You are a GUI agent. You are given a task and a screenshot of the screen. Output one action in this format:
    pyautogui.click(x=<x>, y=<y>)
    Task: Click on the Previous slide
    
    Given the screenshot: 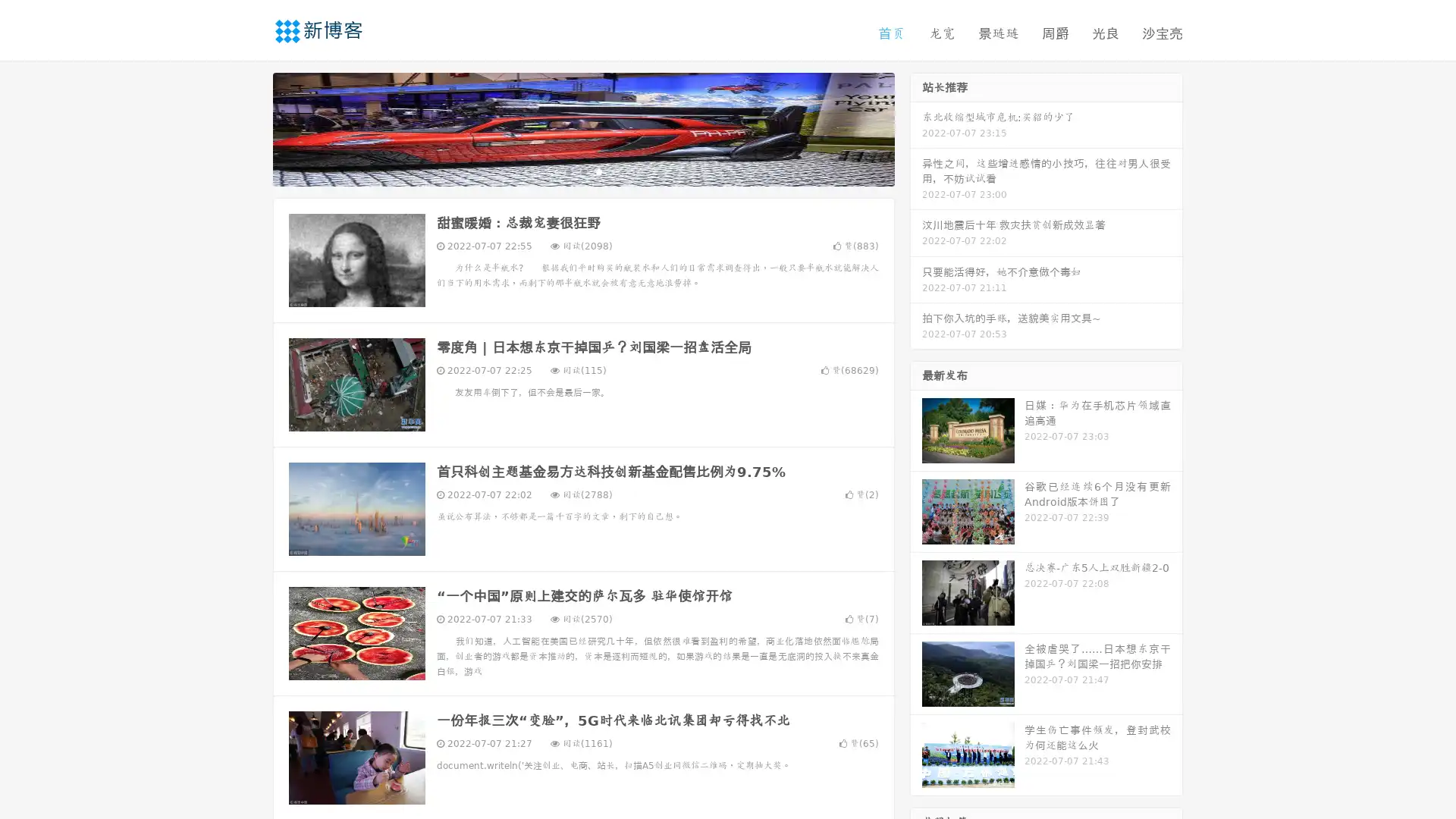 What is the action you would take?
    pyautogui.click(x=250, y=127)
    